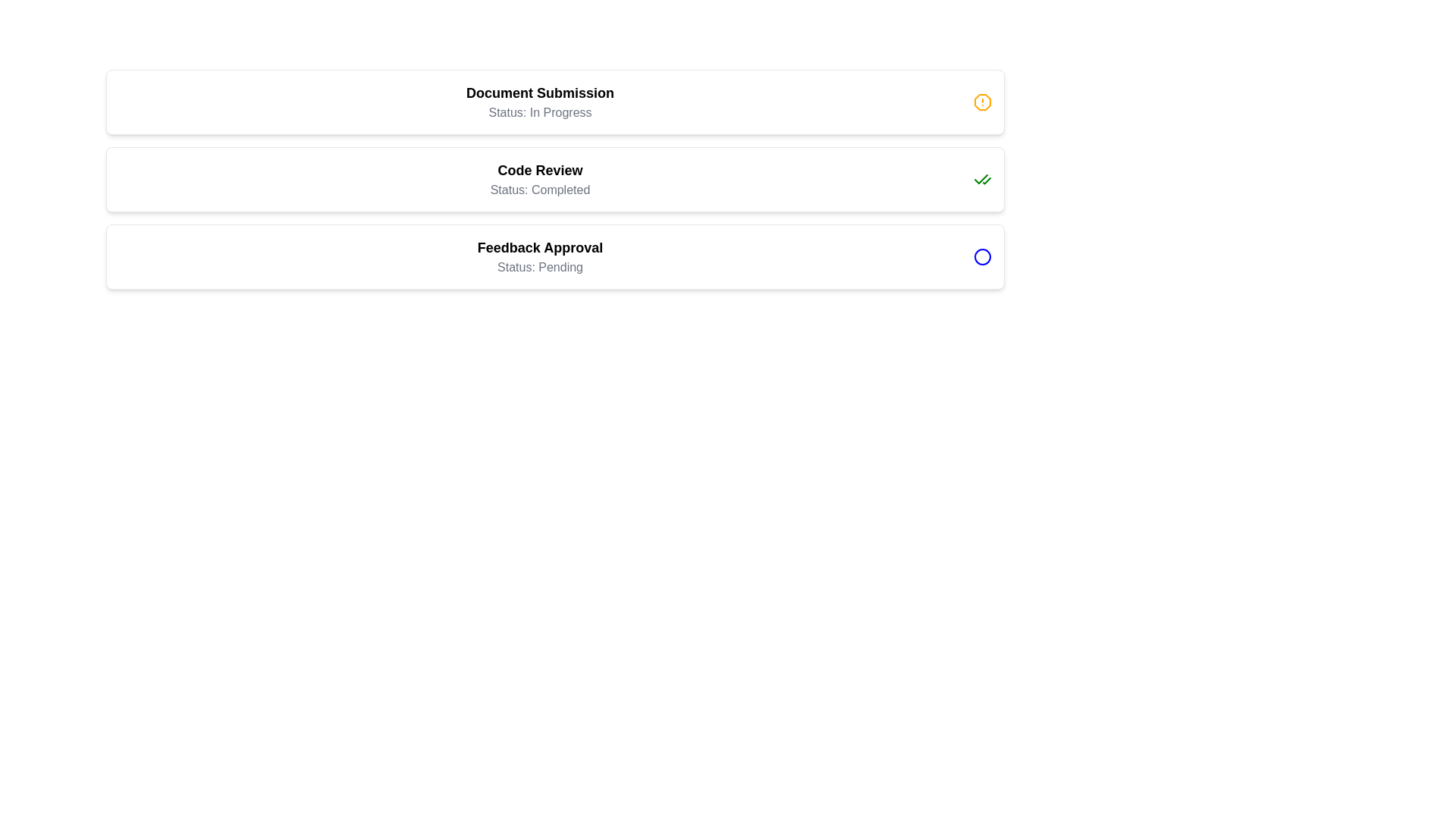 This screenshot has width=1456, height=819. What do you see at coordinates (540, 189) in the screenshot?
I see `the text label displaying 'Status: Completed' located underneath the title 'Code Review'` at bounding box center [540, 189].